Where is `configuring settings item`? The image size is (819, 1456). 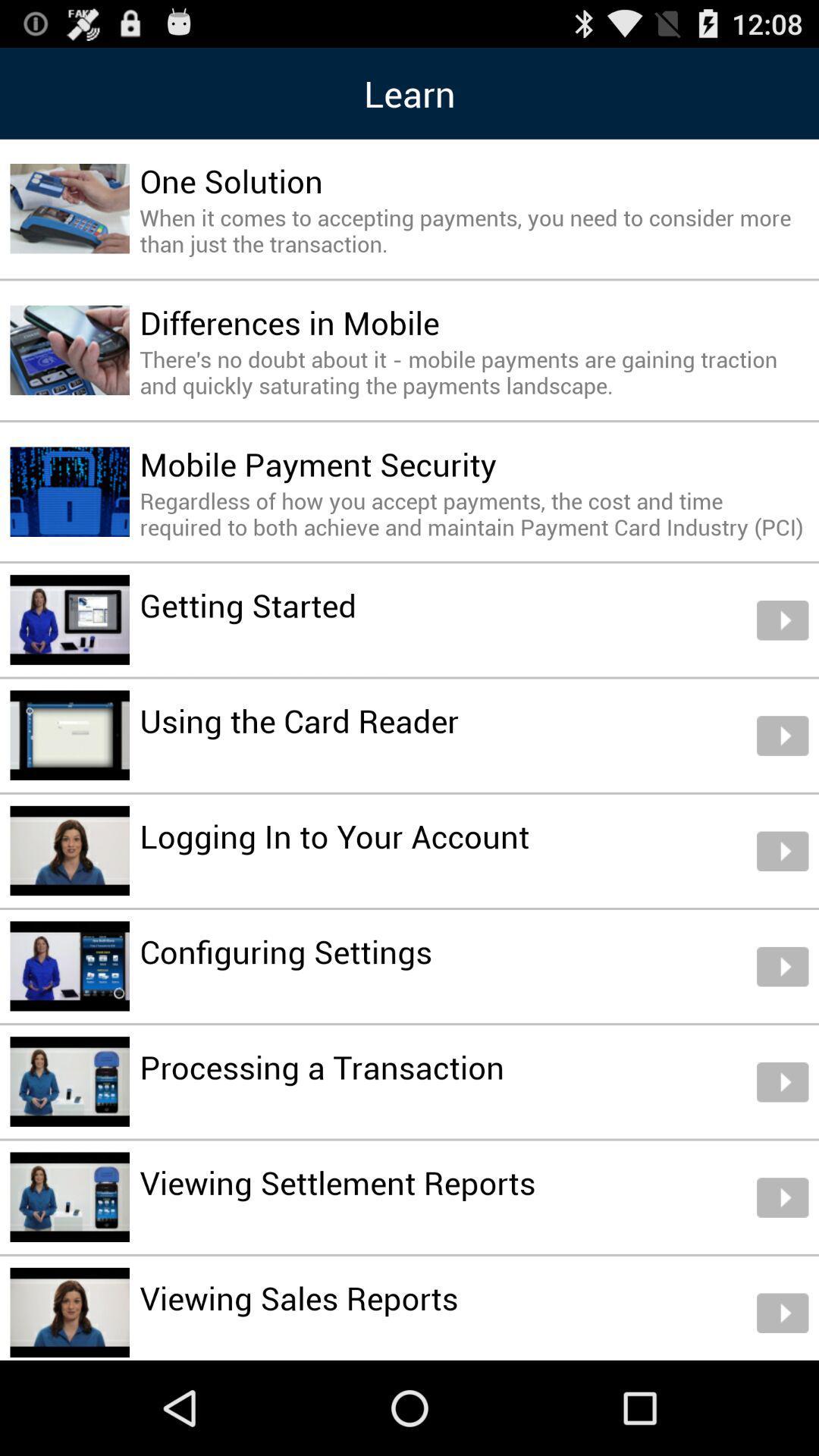 configuring settings item is located at coordinates (286, 950).